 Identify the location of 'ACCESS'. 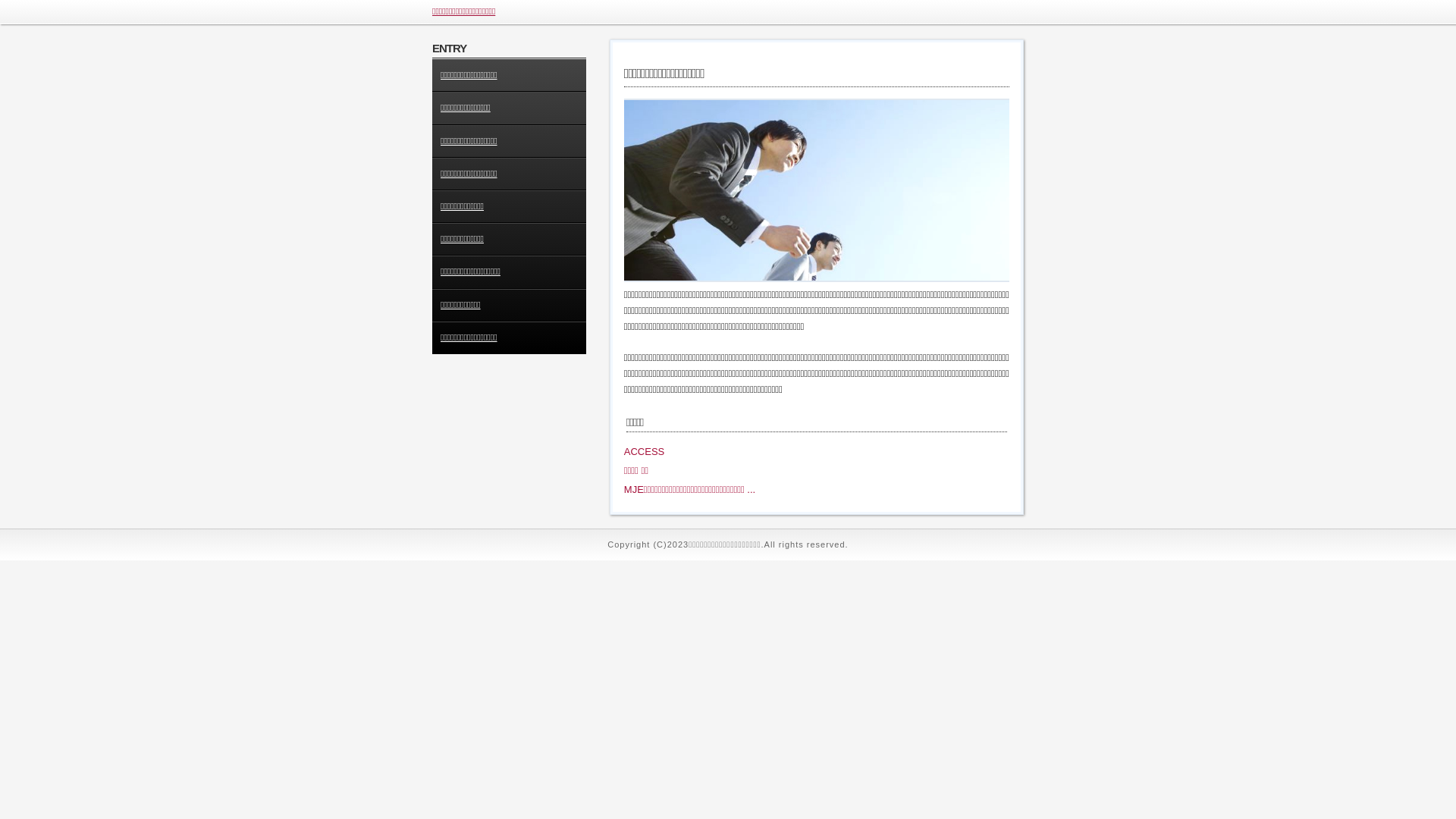
(644, 450).